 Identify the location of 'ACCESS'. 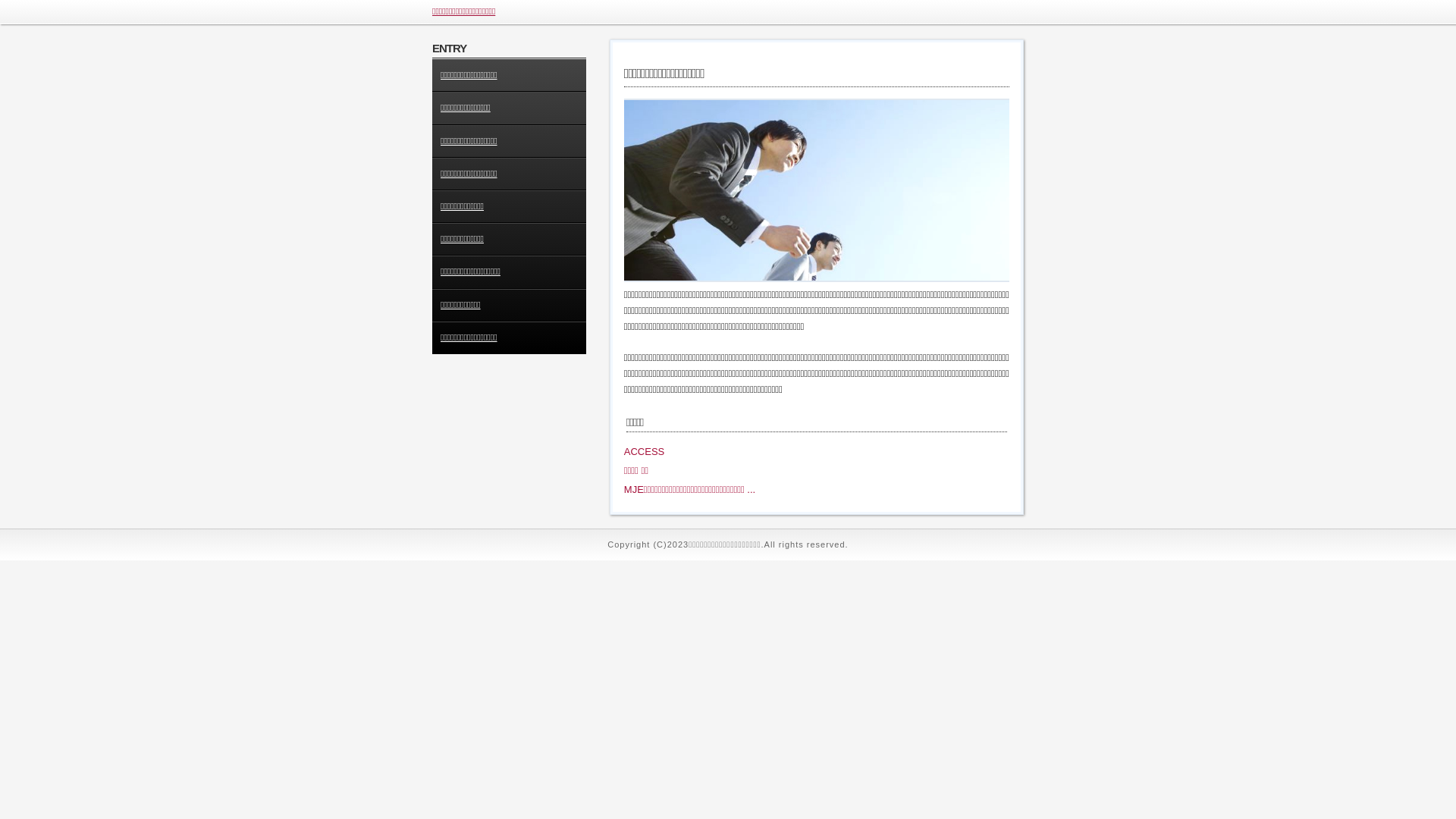
(644, 450).